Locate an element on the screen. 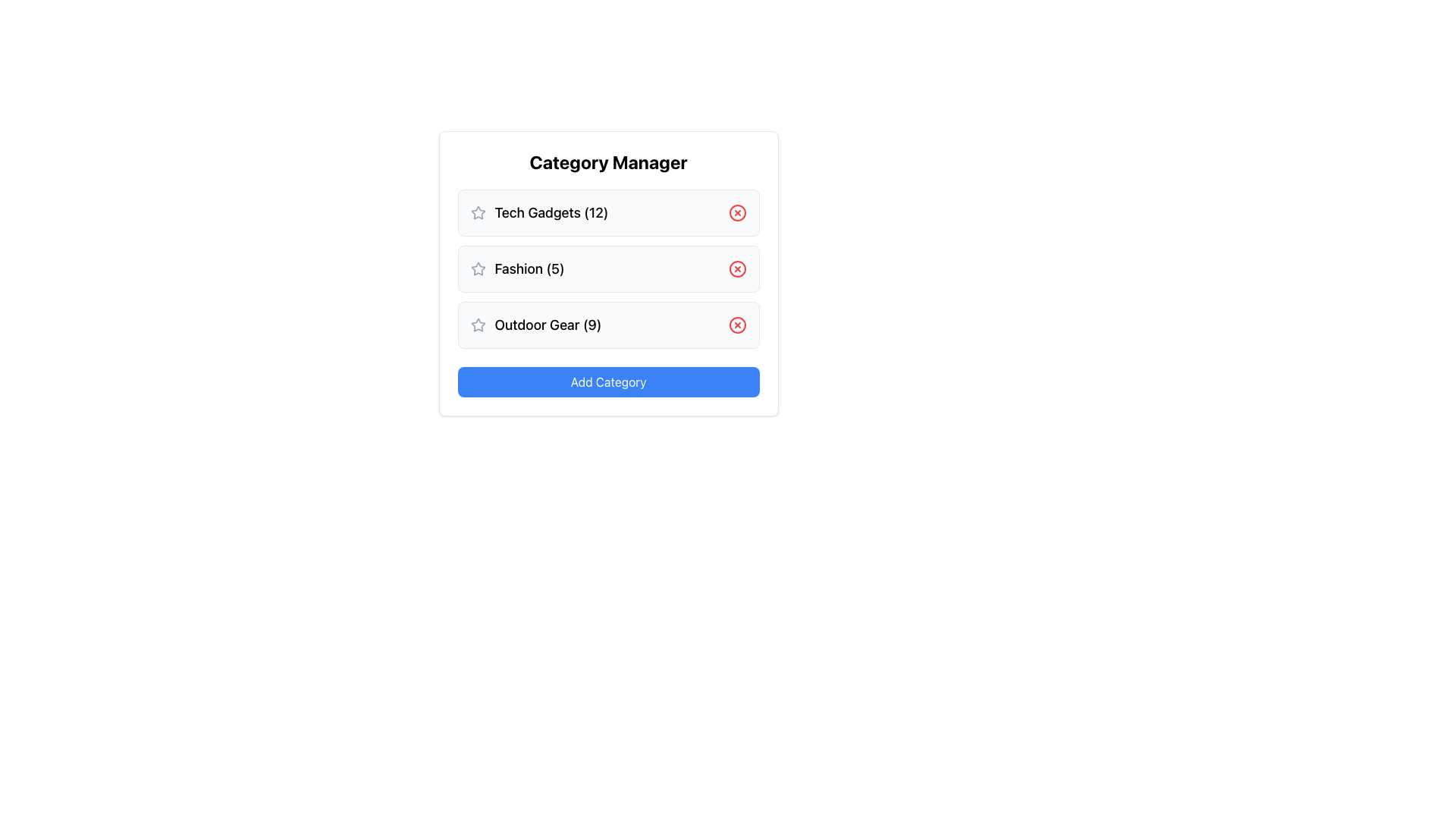 The height and width of the screenshot is (819, 1456). the second star icon in the 'Category Manager' section is located at coordinates (477, 268).